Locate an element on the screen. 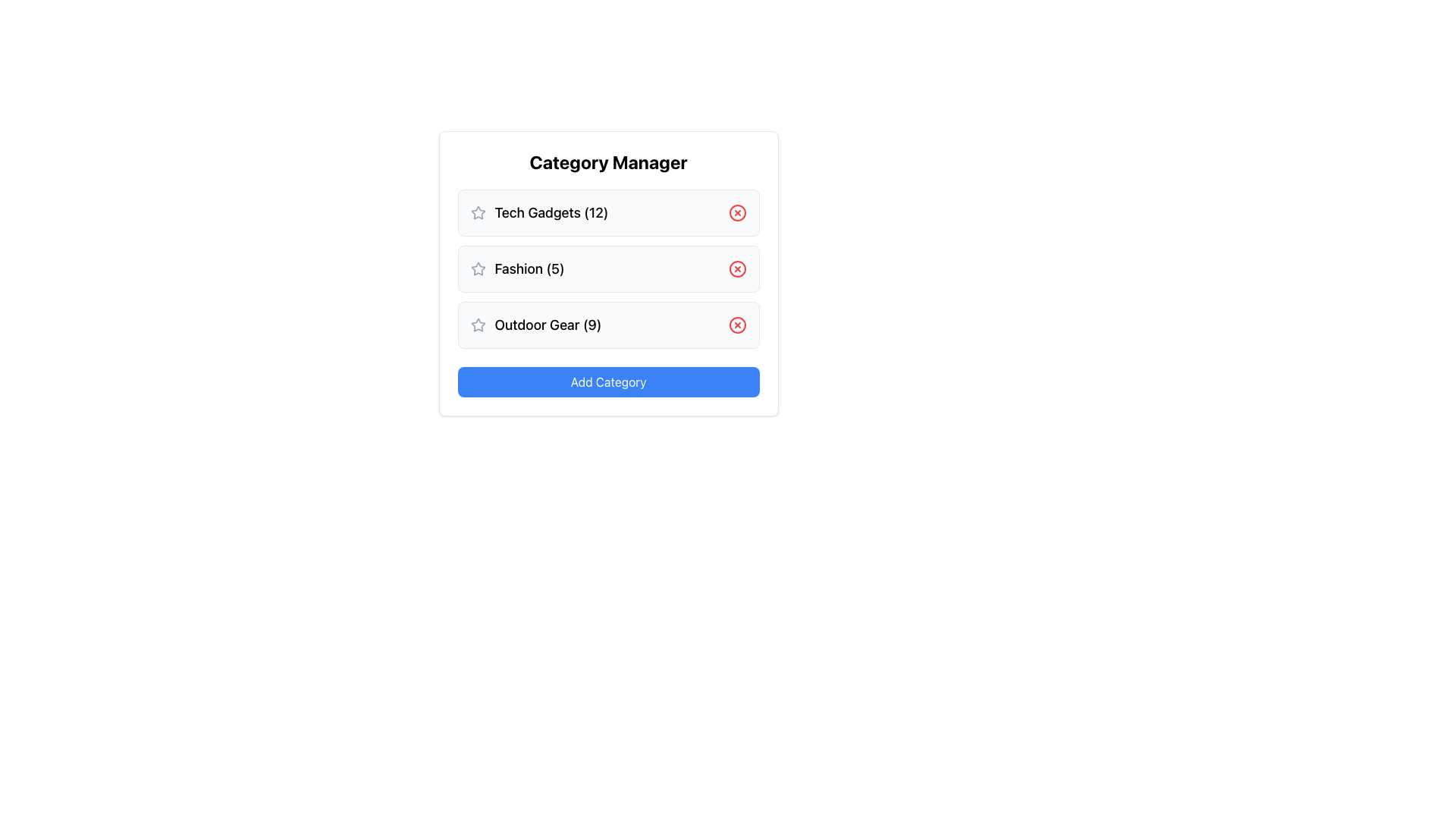 The height and width of the screenshot is (819, 1456). the second star icon in the 'Category Manager' section is located at coordinates (477, 268).